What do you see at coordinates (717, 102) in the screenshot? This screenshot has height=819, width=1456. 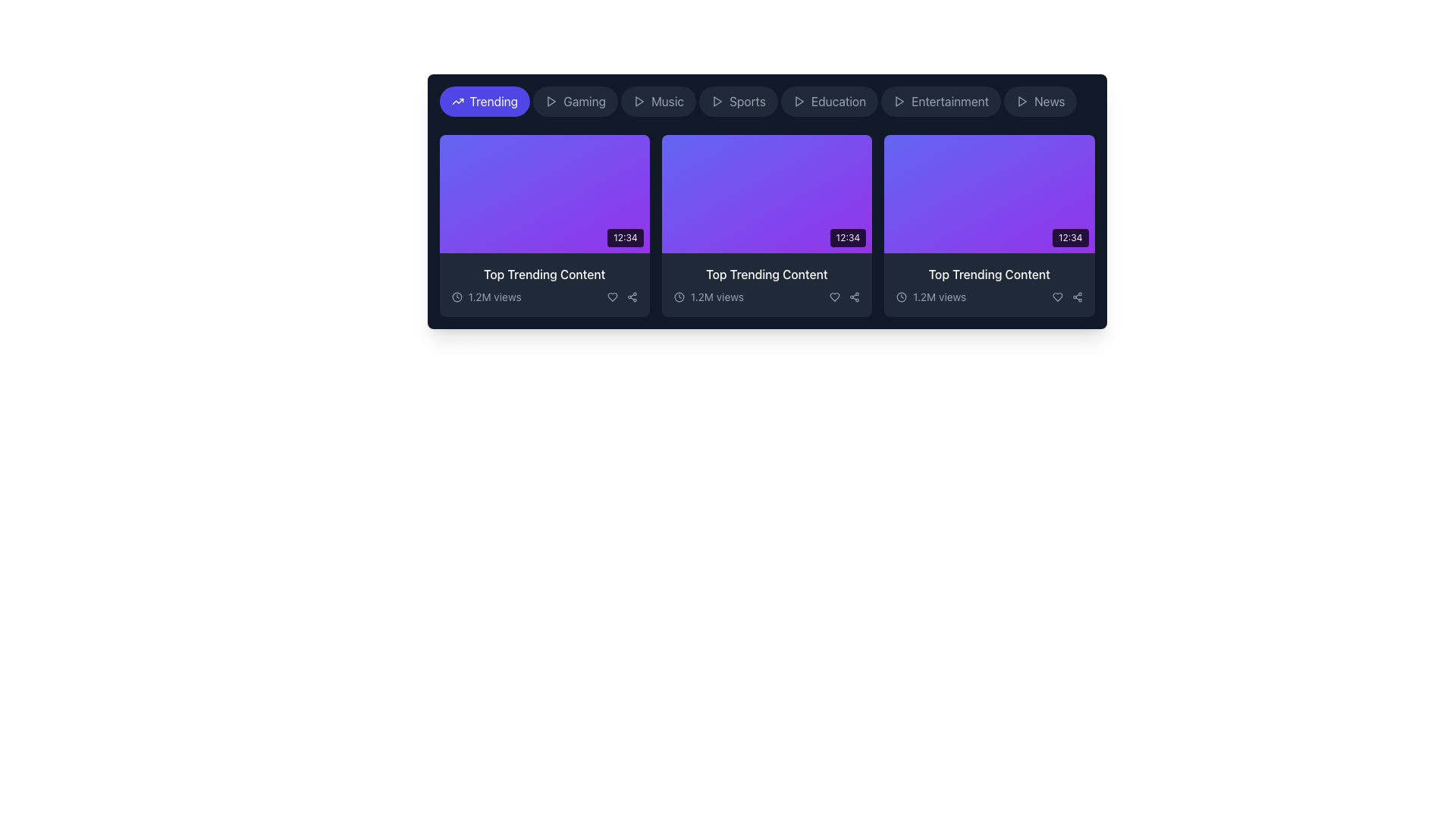 I see `the small play icon, which is a triangle pointing to the right, located in the navigation bar next to the 'Sports' item` at bounding box center [717, 102].